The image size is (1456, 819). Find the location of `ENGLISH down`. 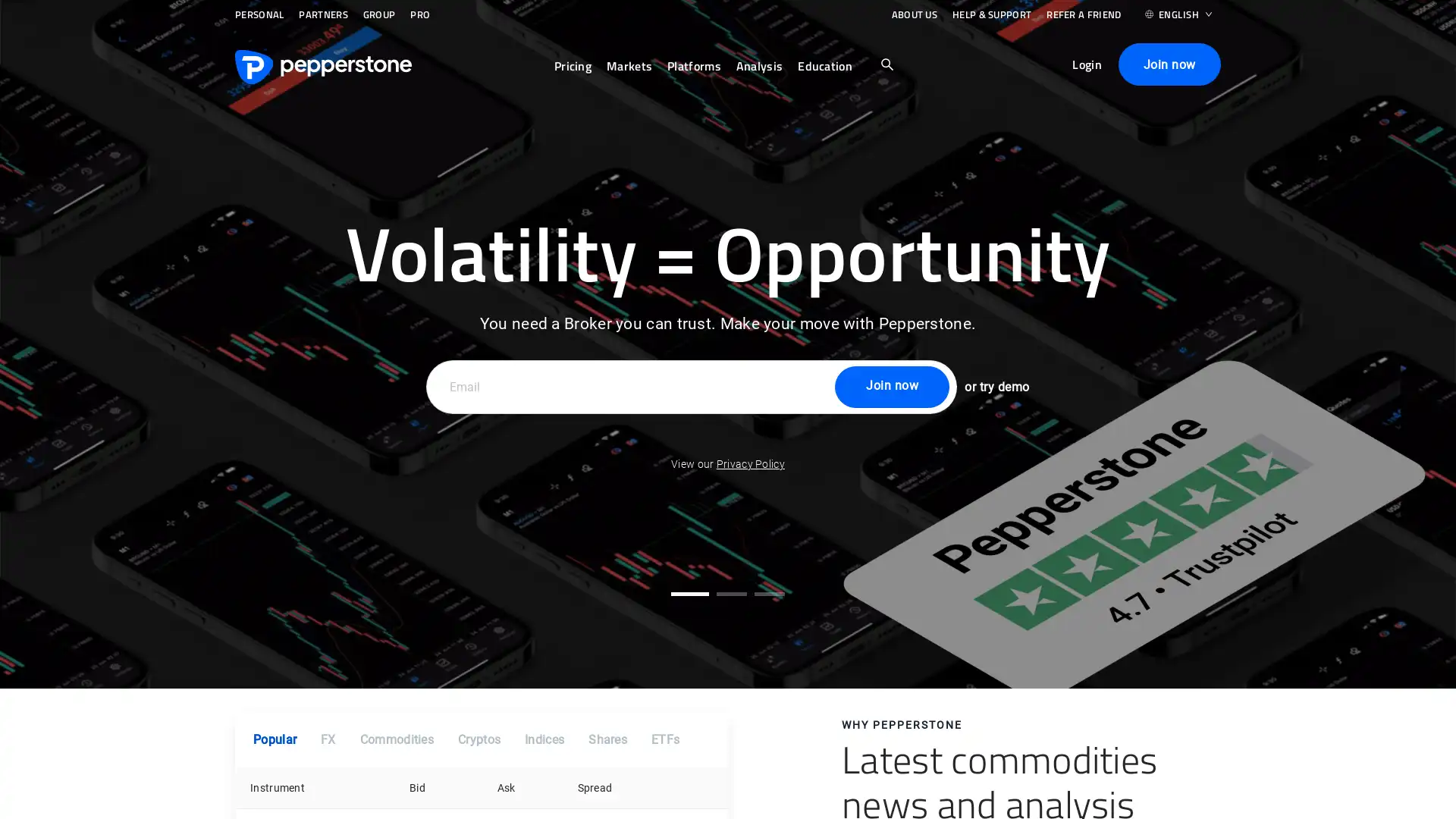

ENGLISH down is located at coordinates (1178, 17).